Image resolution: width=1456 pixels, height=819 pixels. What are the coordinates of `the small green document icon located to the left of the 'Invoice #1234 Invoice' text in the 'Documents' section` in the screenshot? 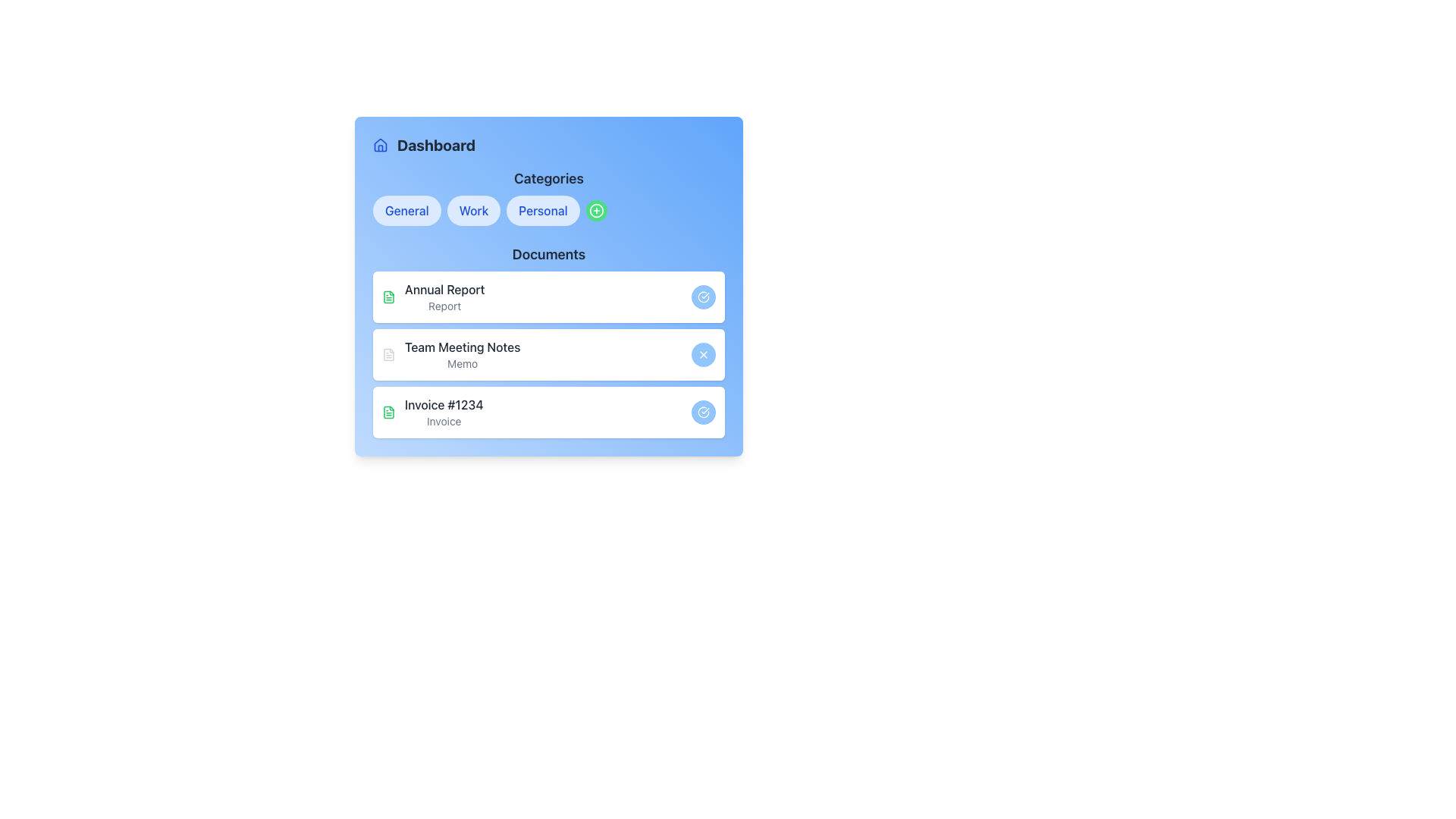 It's located at (389, 412).